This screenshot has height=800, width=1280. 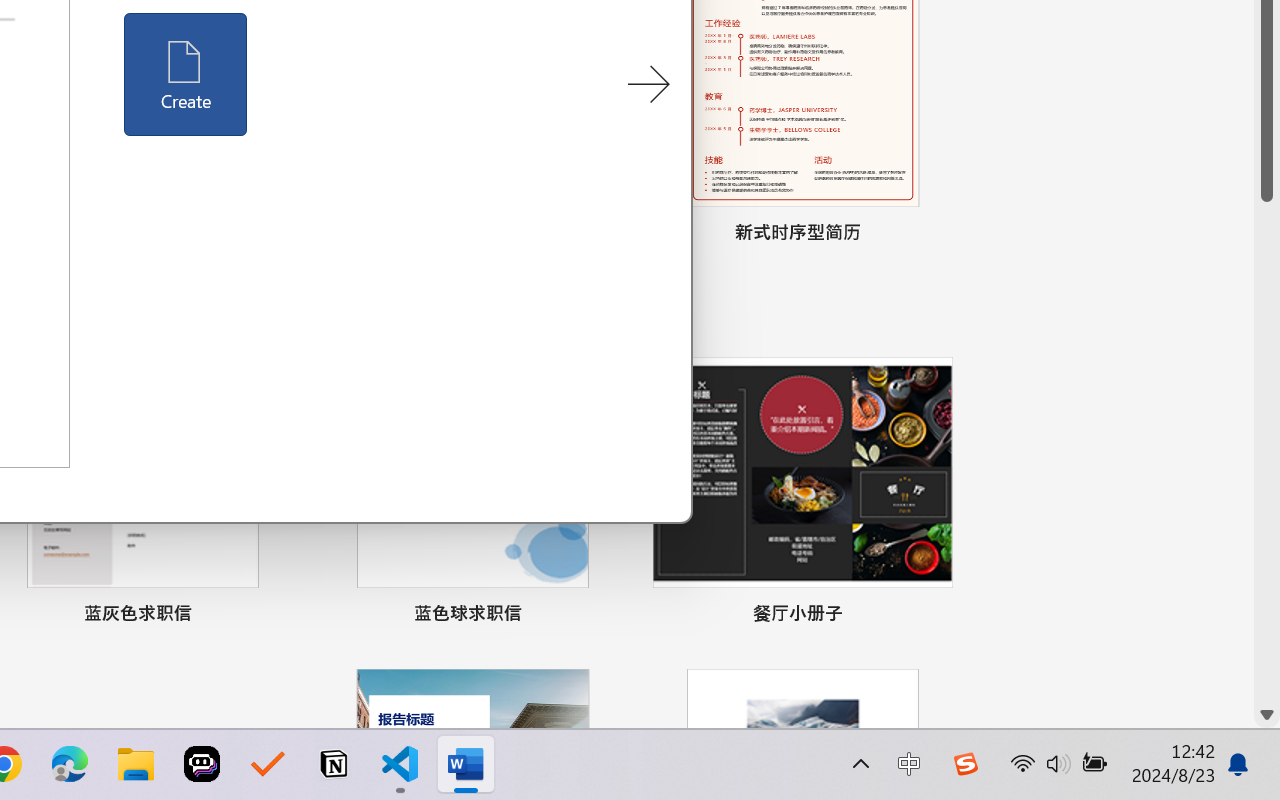 I want to click on 'Line down', so click(x=1266, y=714).